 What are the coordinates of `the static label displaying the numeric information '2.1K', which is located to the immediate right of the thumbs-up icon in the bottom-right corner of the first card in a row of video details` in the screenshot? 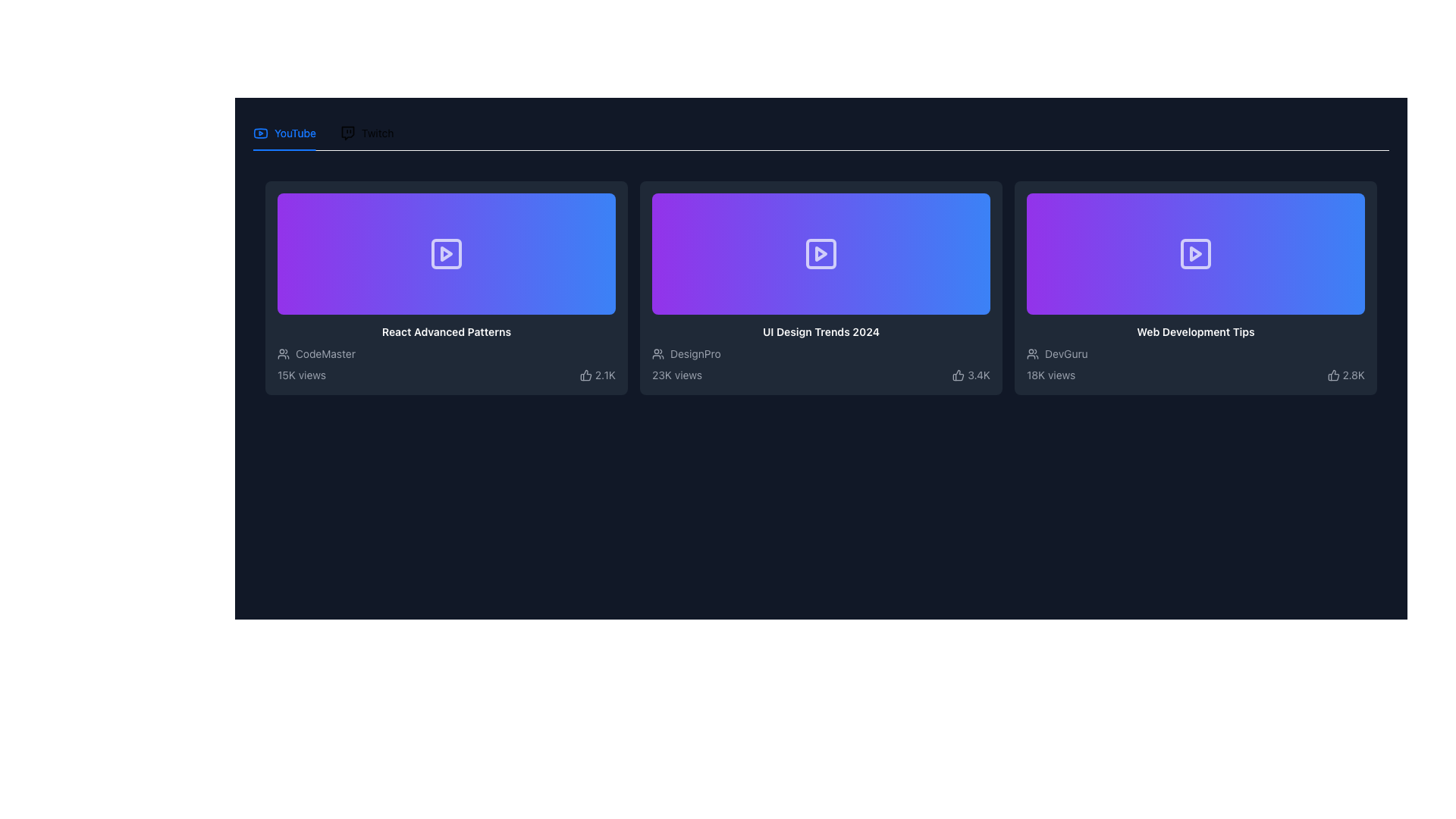 It's located at (604, 375).